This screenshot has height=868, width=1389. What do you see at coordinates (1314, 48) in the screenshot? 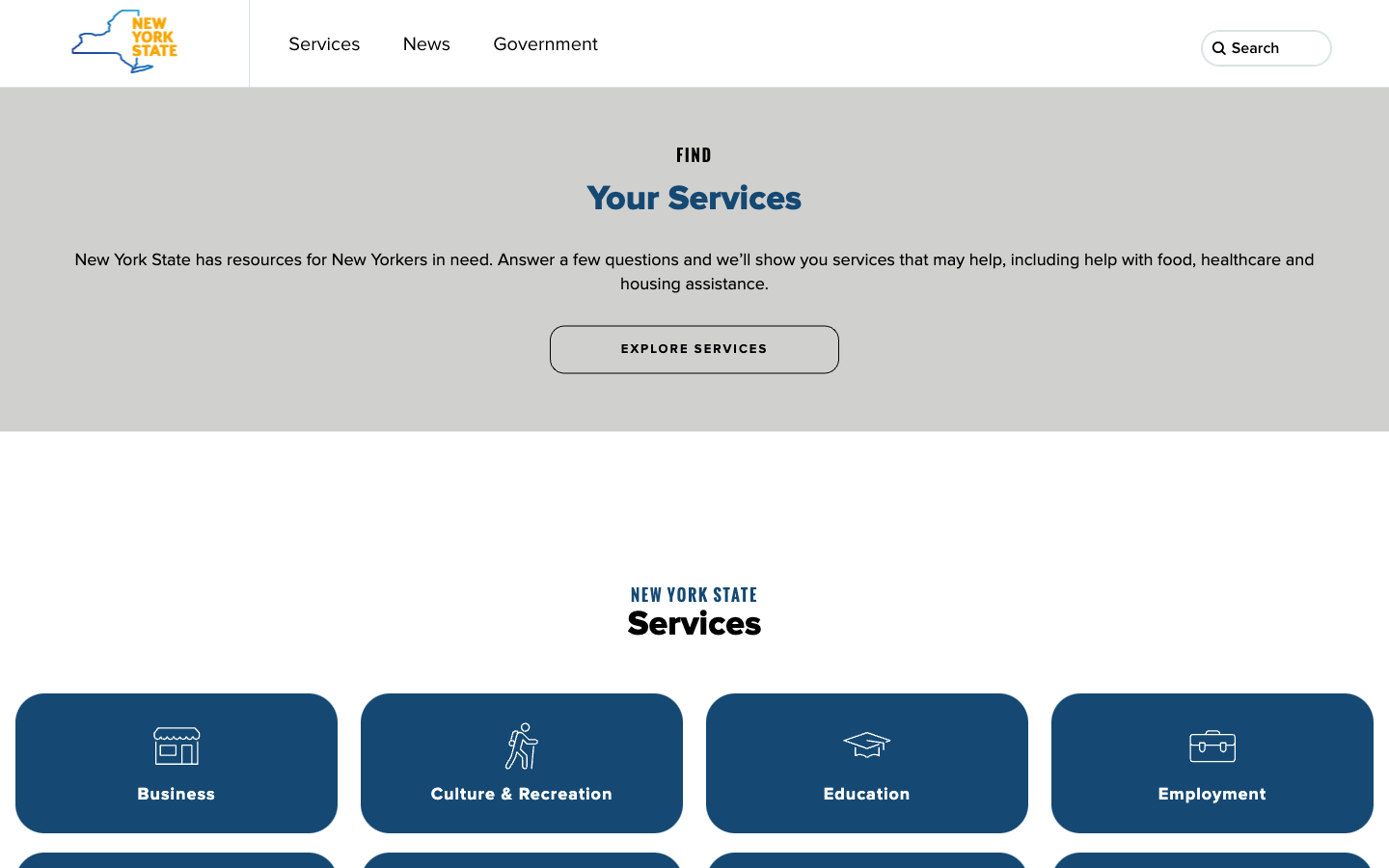
I see `Input "bank" into the search bar and proceed` at bounding box center [1314, 48].